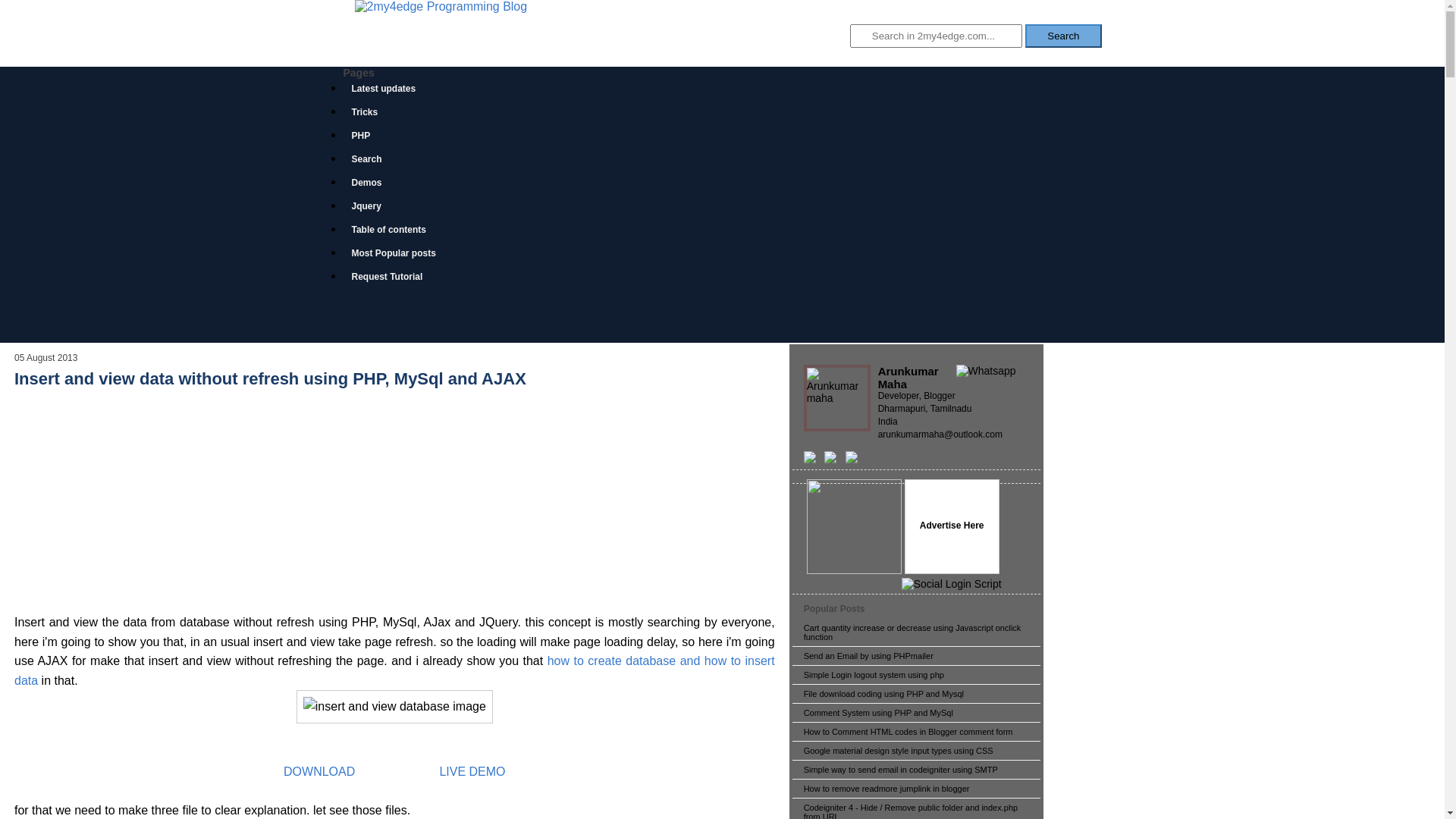 Image resolution: width=1456 pixels, height=819 pixels. What do you see at coordinates (901, 769) in the screenshot?
I see `'Simple way to send email in codeigniter using SMTP'` at bounding box center [901, 769].